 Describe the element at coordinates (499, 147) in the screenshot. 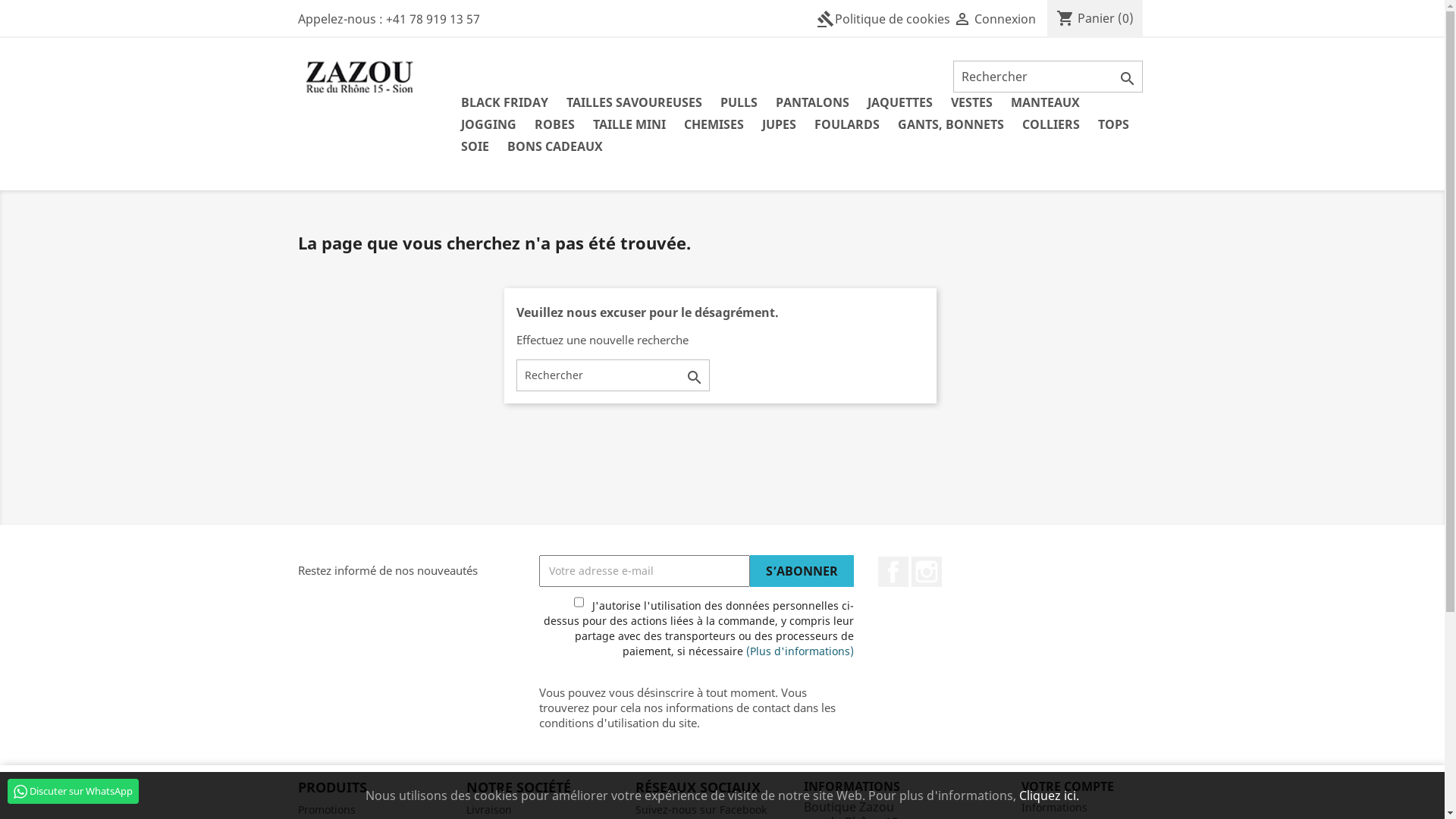

I see `'BONS CADEAUX'` at that location.